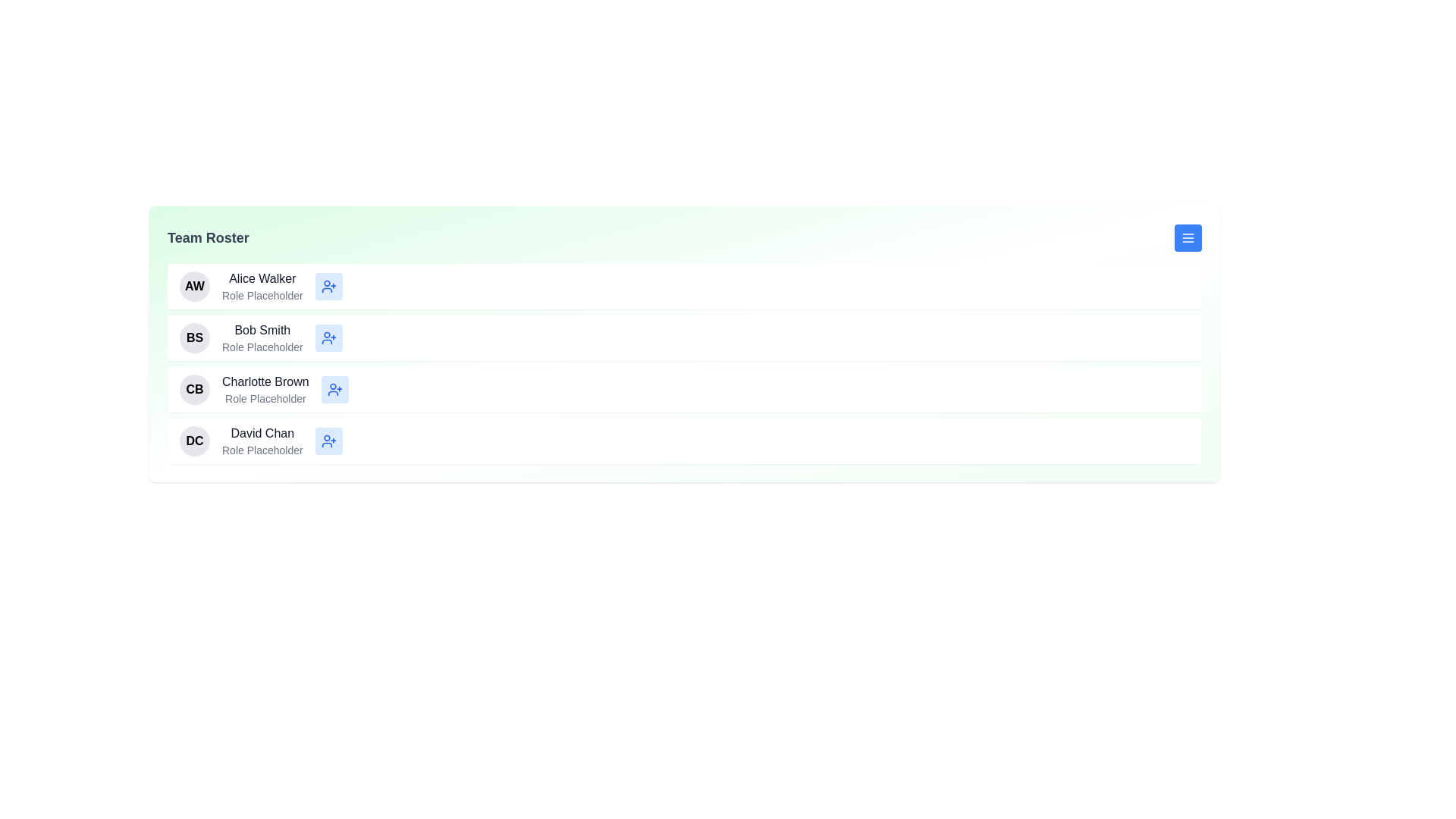  I want to click on the Text Display element that shows the name 'Charlotte Brown' in the 'Team Roster' section, which is positioned above 'David Chan' and below 'Bob Smith', so click(265, 381).